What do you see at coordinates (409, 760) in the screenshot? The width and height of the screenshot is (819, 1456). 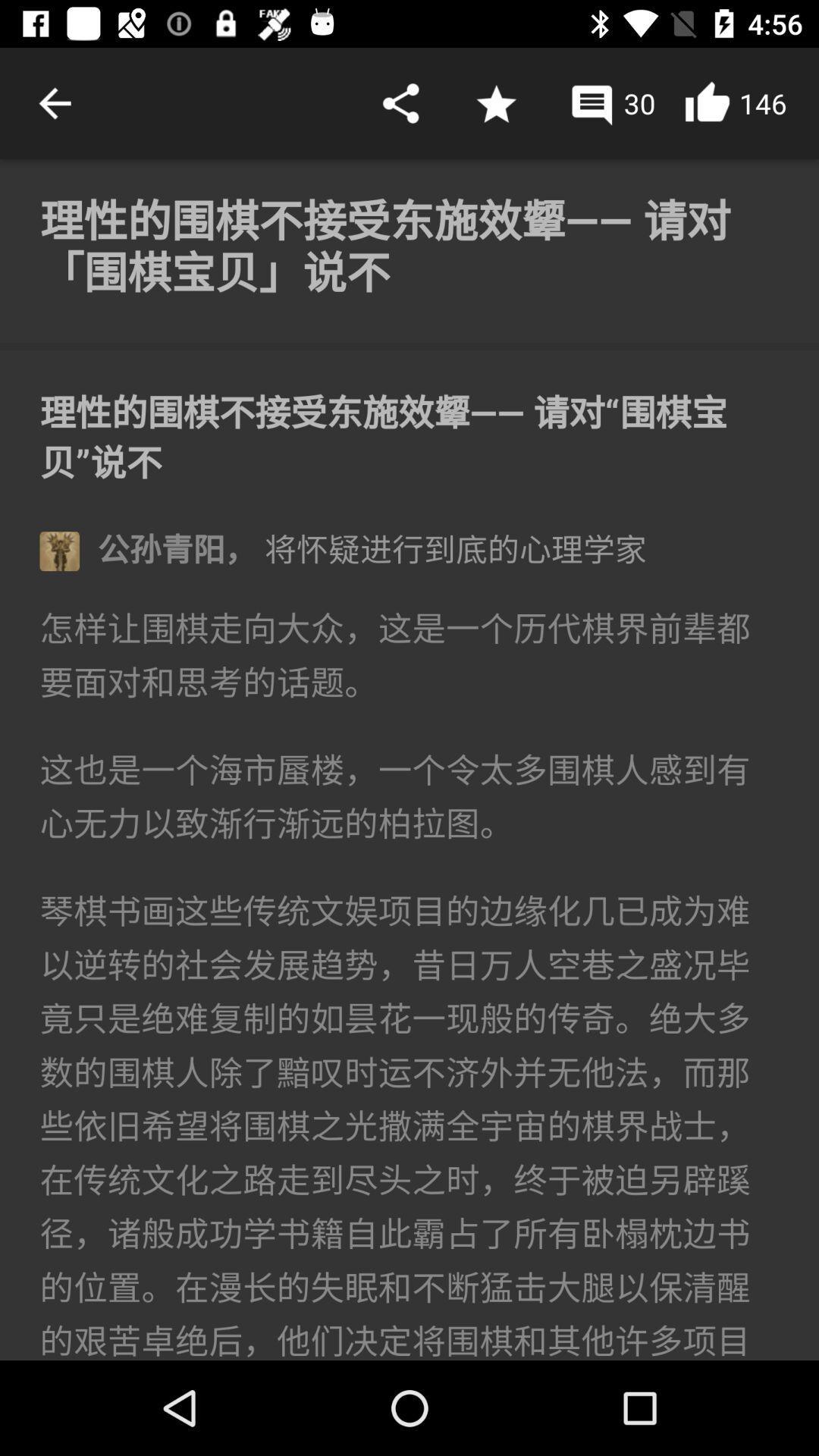 I see `article in middle` at bounding box center [409, 760].